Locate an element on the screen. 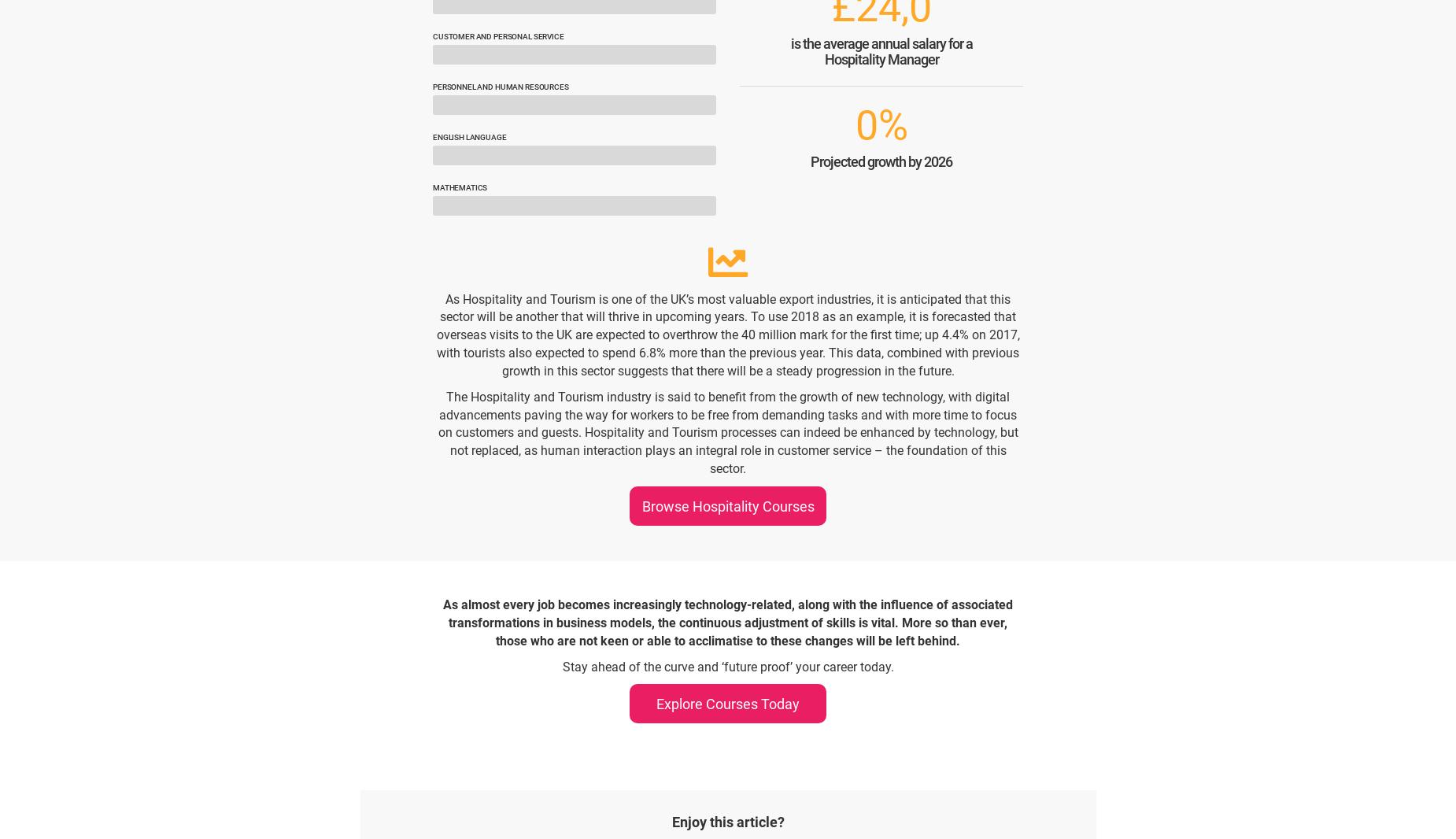 Image resolution: width=1456 pixels, height=839 pixels. '%' is located at coordinates (892, 124).